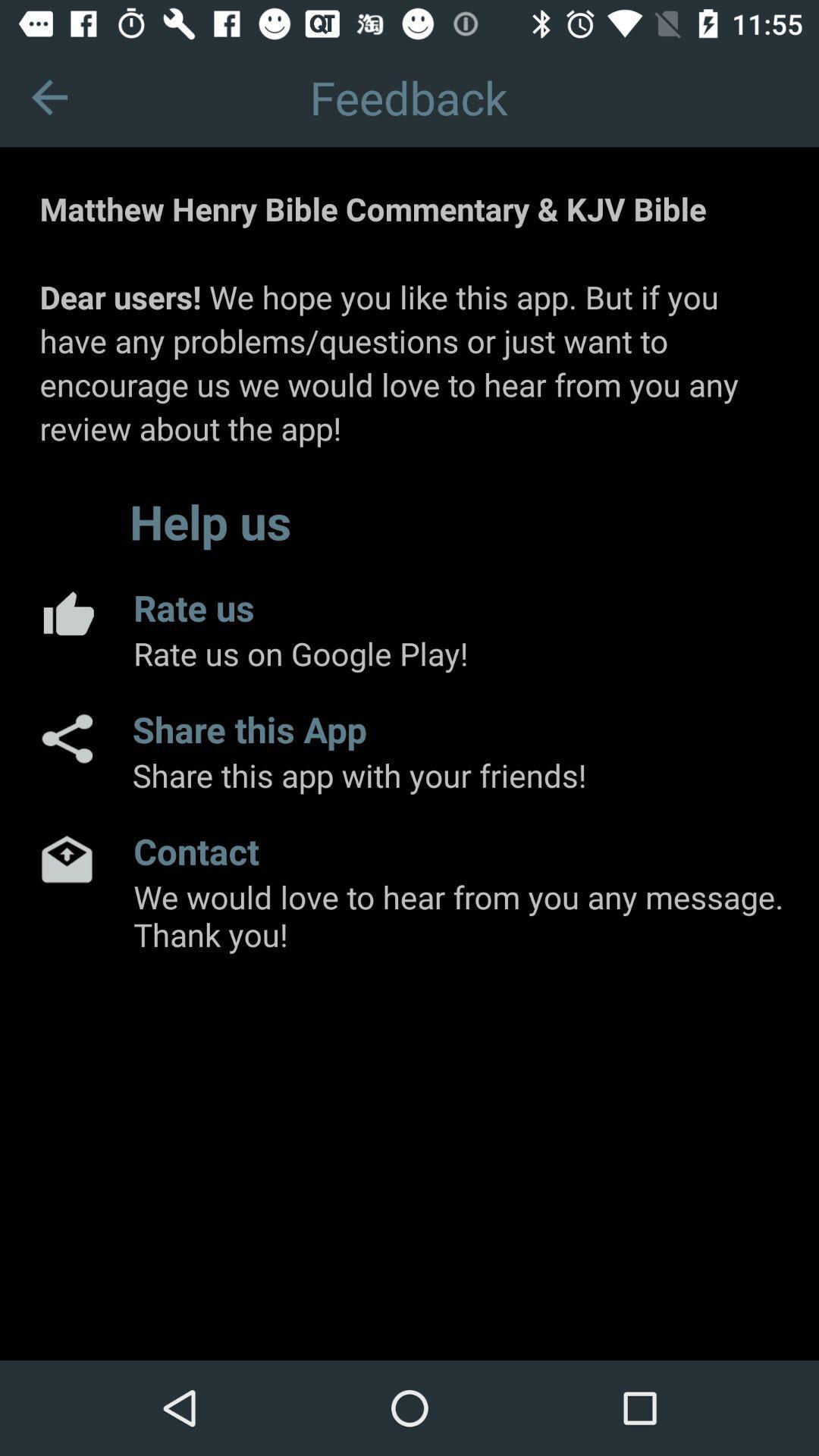 This screenshot has width=819, height=1456. I want to click on curtir, so click(66, 613).